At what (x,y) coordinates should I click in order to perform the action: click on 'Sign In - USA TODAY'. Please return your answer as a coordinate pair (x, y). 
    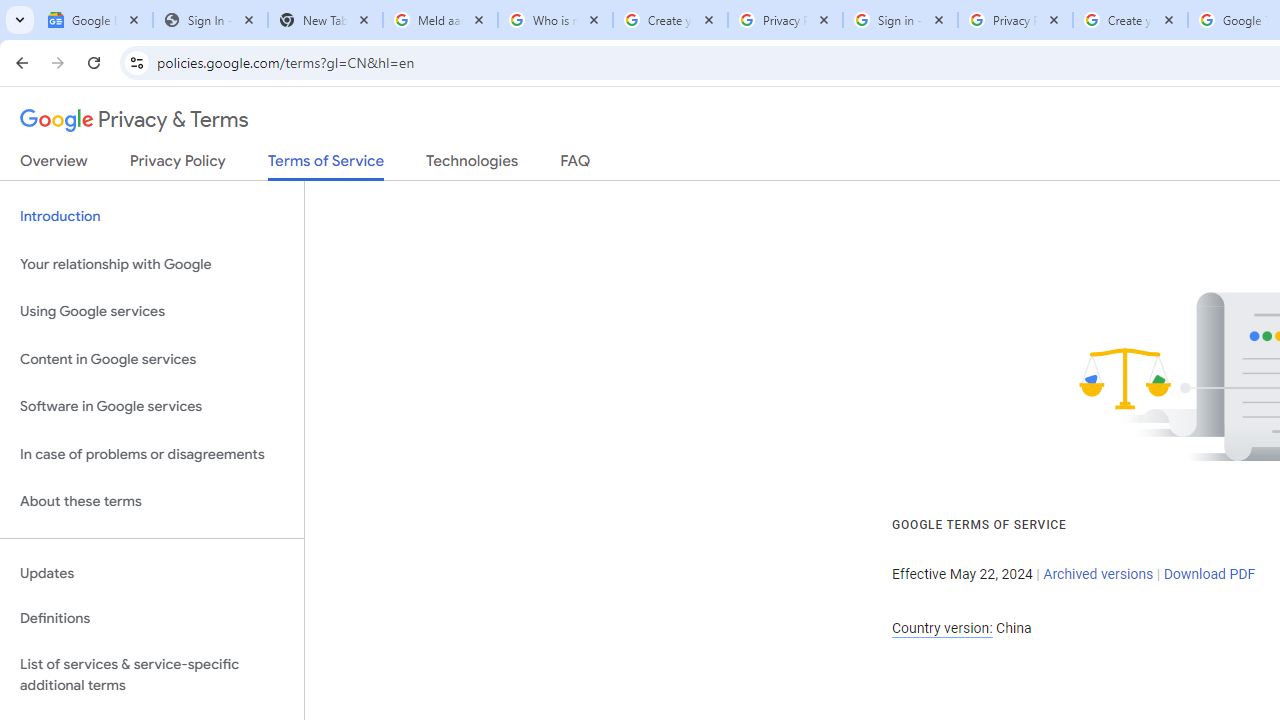
    Looking at the image, I should click on (209, 20).